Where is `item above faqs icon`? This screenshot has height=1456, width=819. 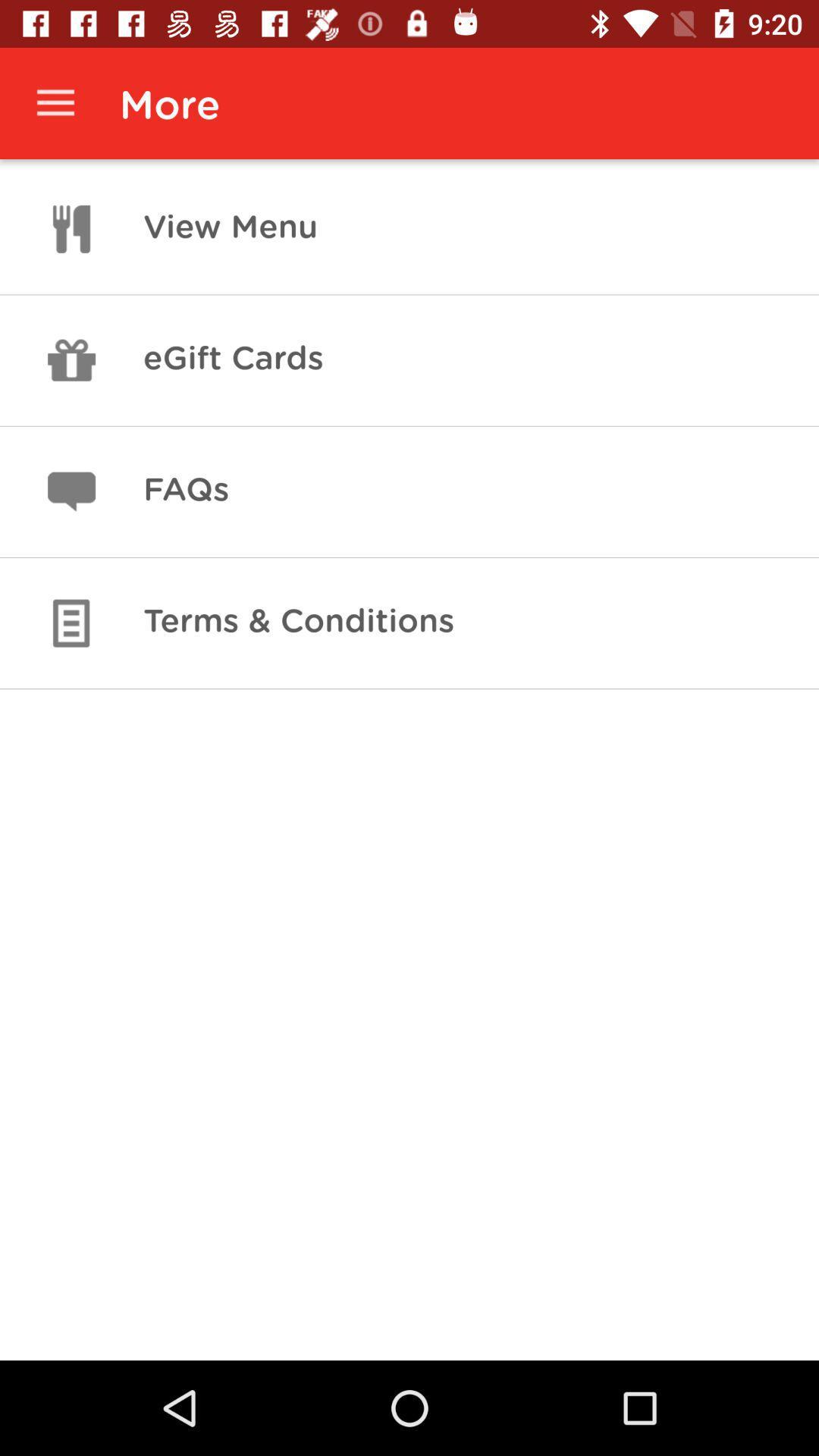 item above faqs icon is located at coordinates (233, 359).